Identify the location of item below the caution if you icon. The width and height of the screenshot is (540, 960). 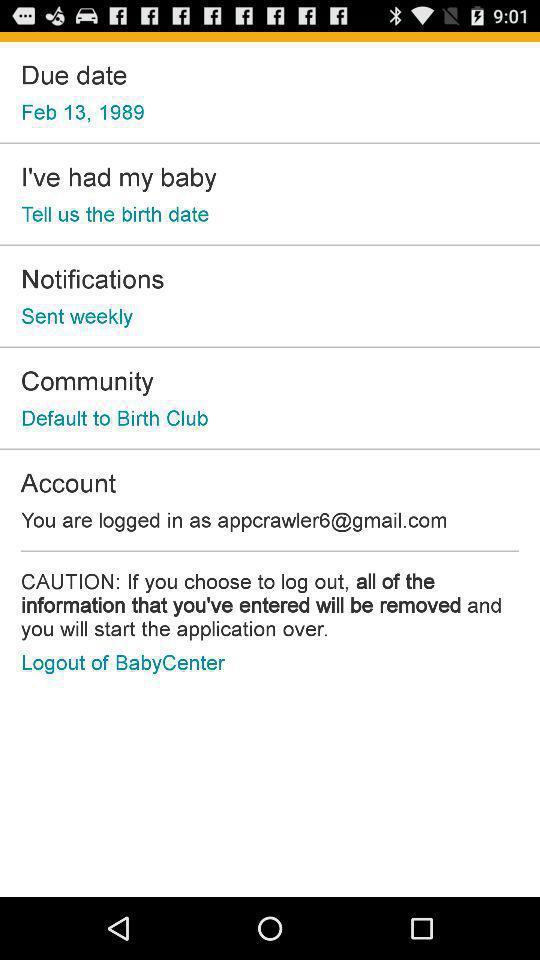
(123, 662).